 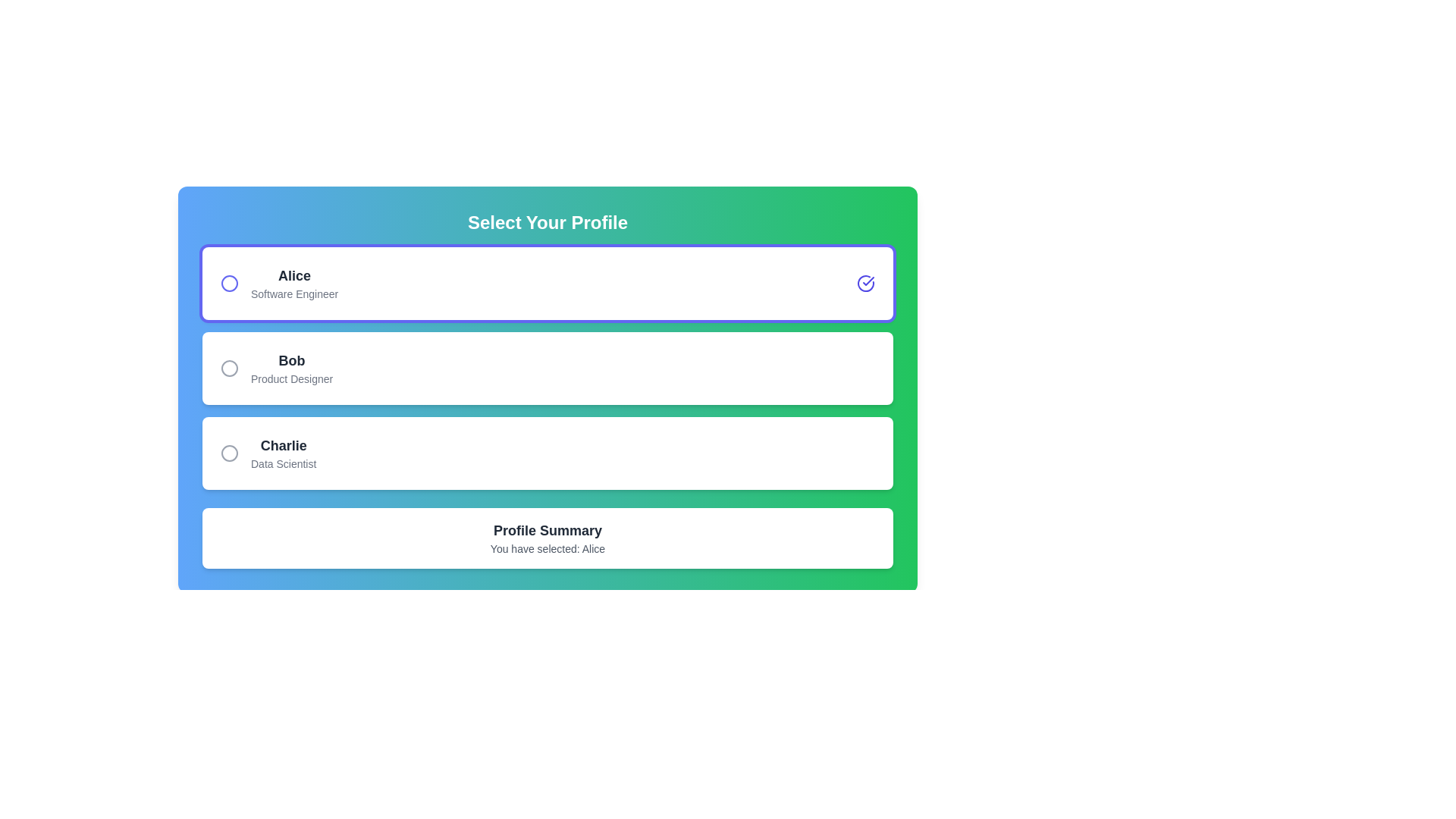 I want to click on the text label displaying the name 'Charlie', which is the first line of text in the third profile selection card labeled 'Charlie - Data Scientist', so click(x=284, y=444).